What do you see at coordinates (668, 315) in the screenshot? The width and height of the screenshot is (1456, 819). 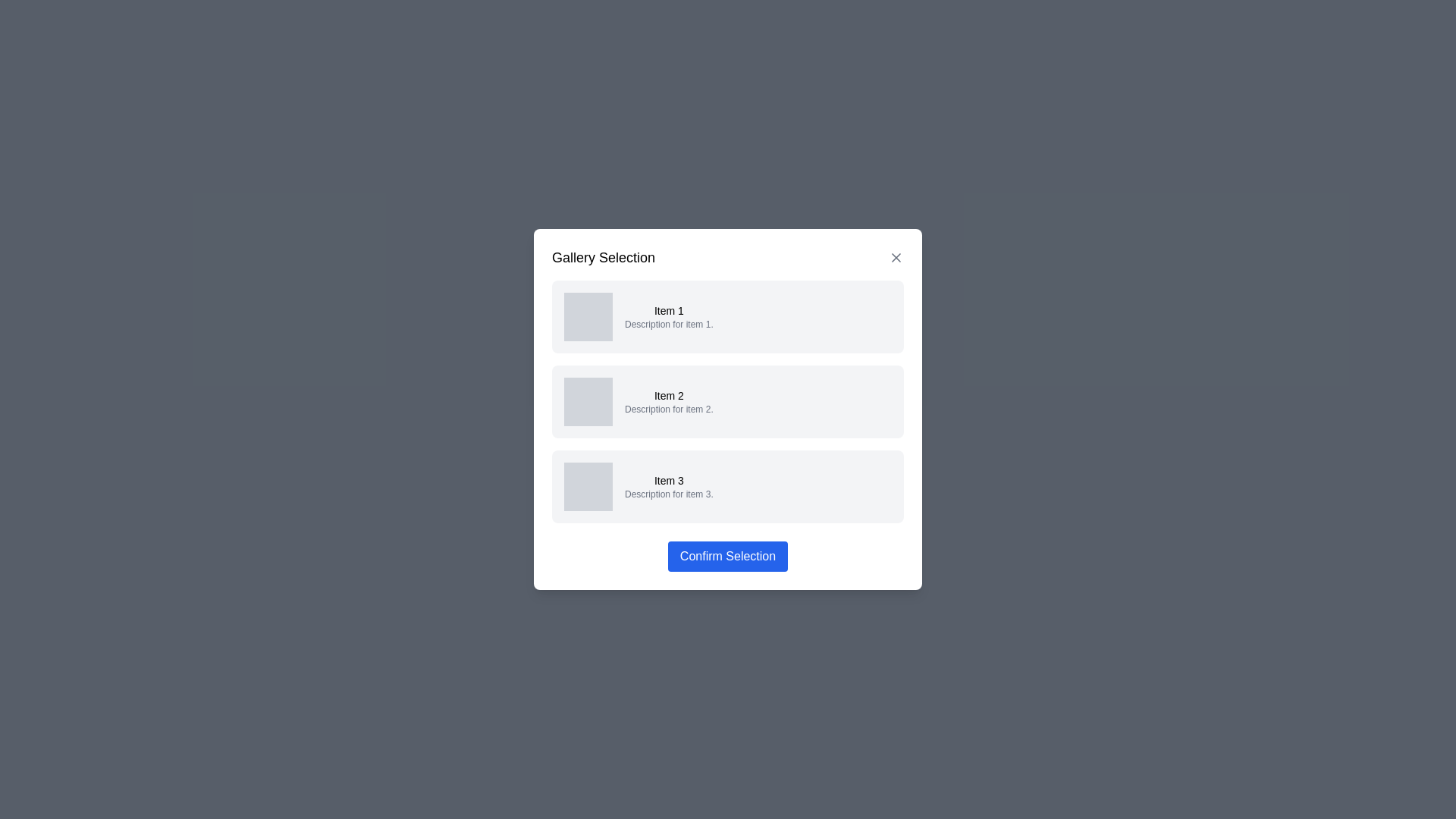 I see `the first list item in the modal dialog box, which contains a bold 'Item 1' and a smaller gray 'Description for item 1'` at bounding box center [668, 315].